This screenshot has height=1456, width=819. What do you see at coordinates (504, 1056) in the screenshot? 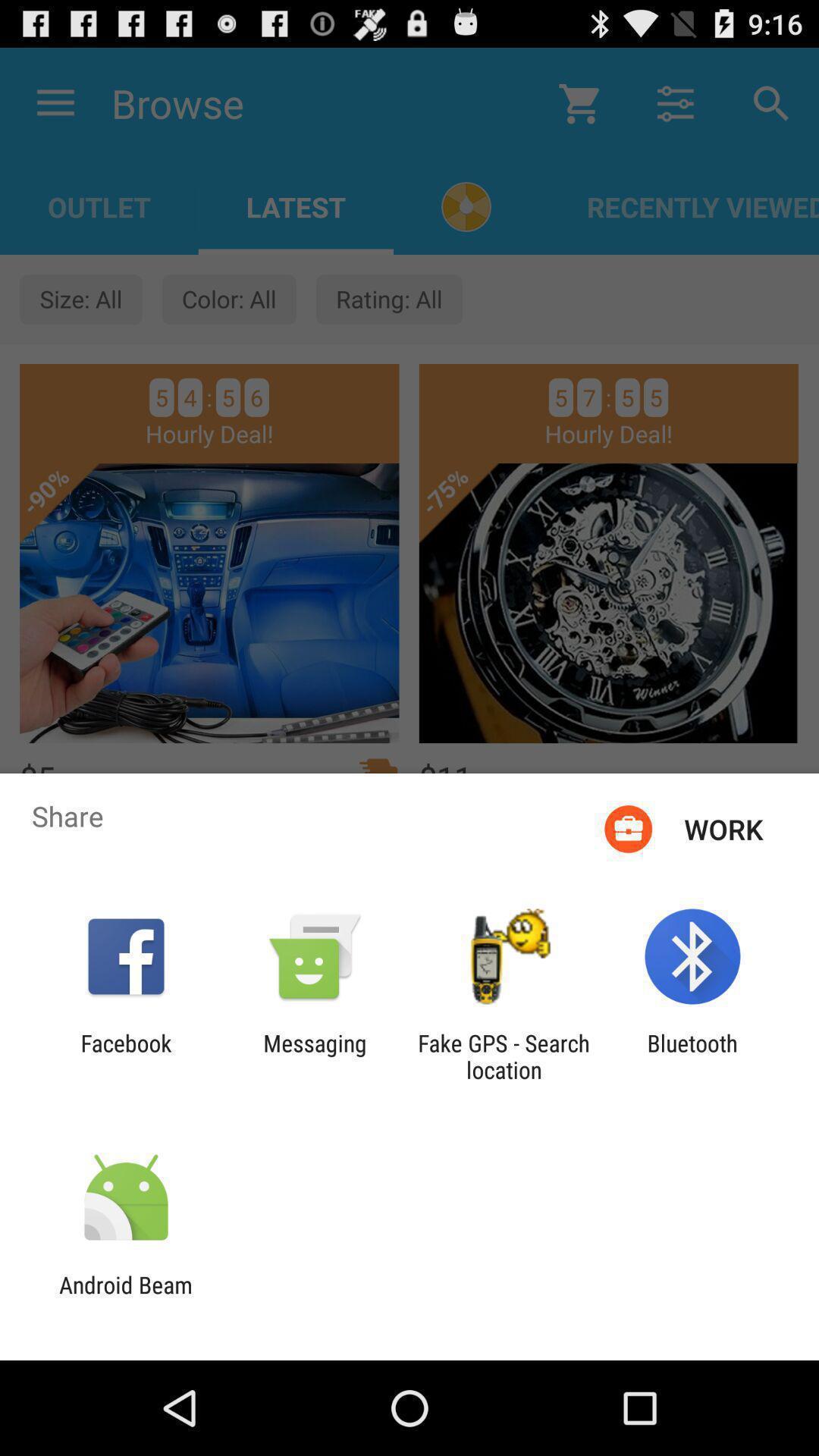
I see `app to the right of messaging item` at bounding box center [504, 1056].